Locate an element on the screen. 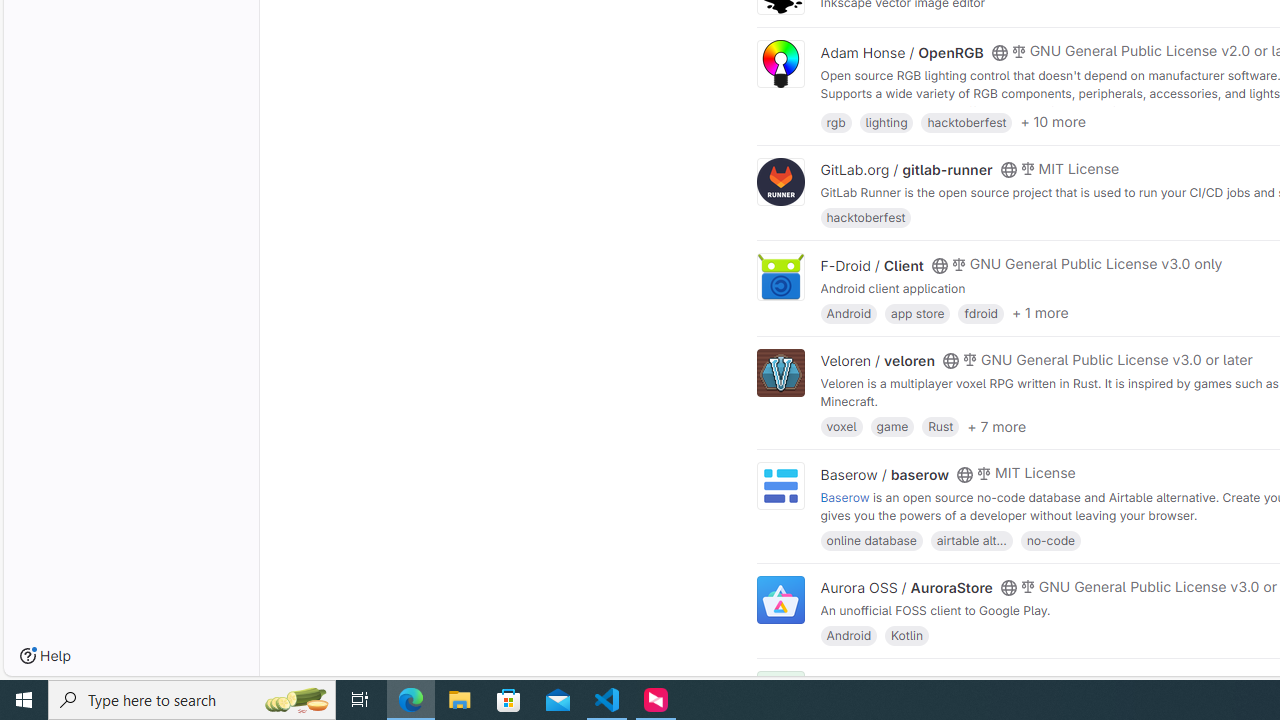 The image size is (1280, 720). 'Veloren / veloren' is located at coordinates (878, 361).